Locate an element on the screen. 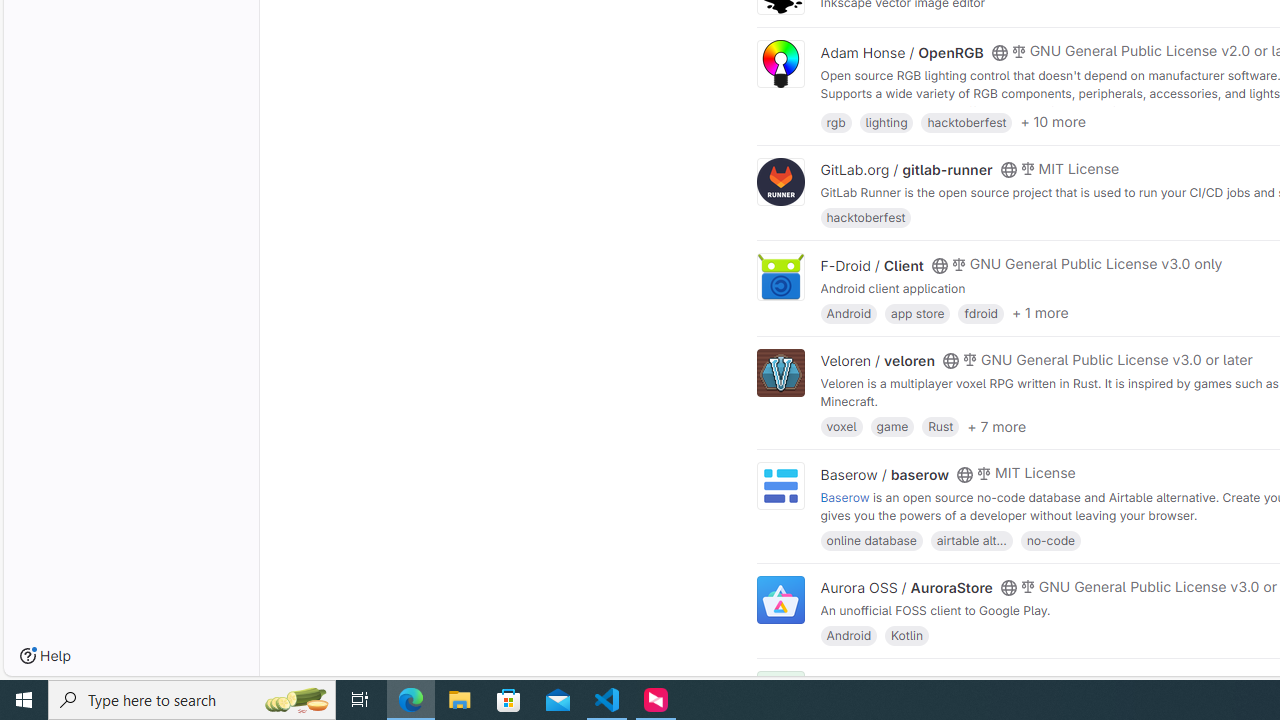 The image size is (1280, 720). 'Veloren / veloren' is located at coordinates (878, 361).